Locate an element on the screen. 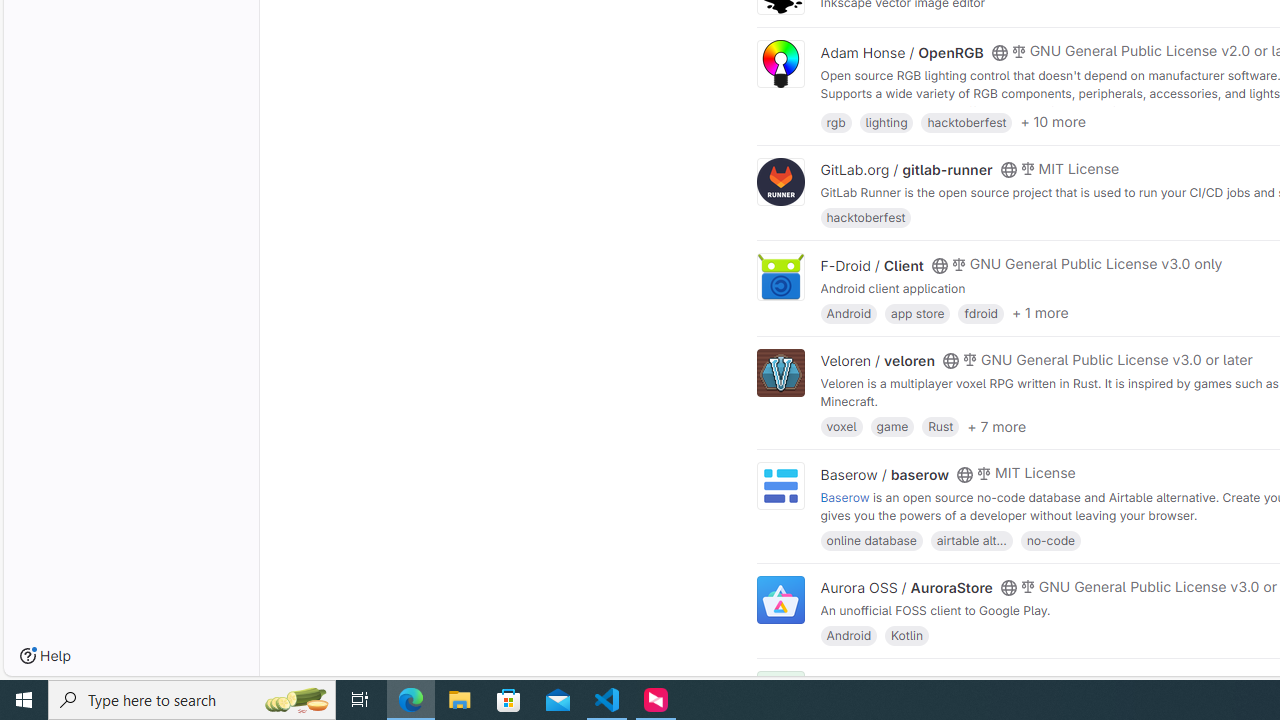 The image size is (1280, 720). 'Veloren / veloren' is located at coordinates (878, 361).